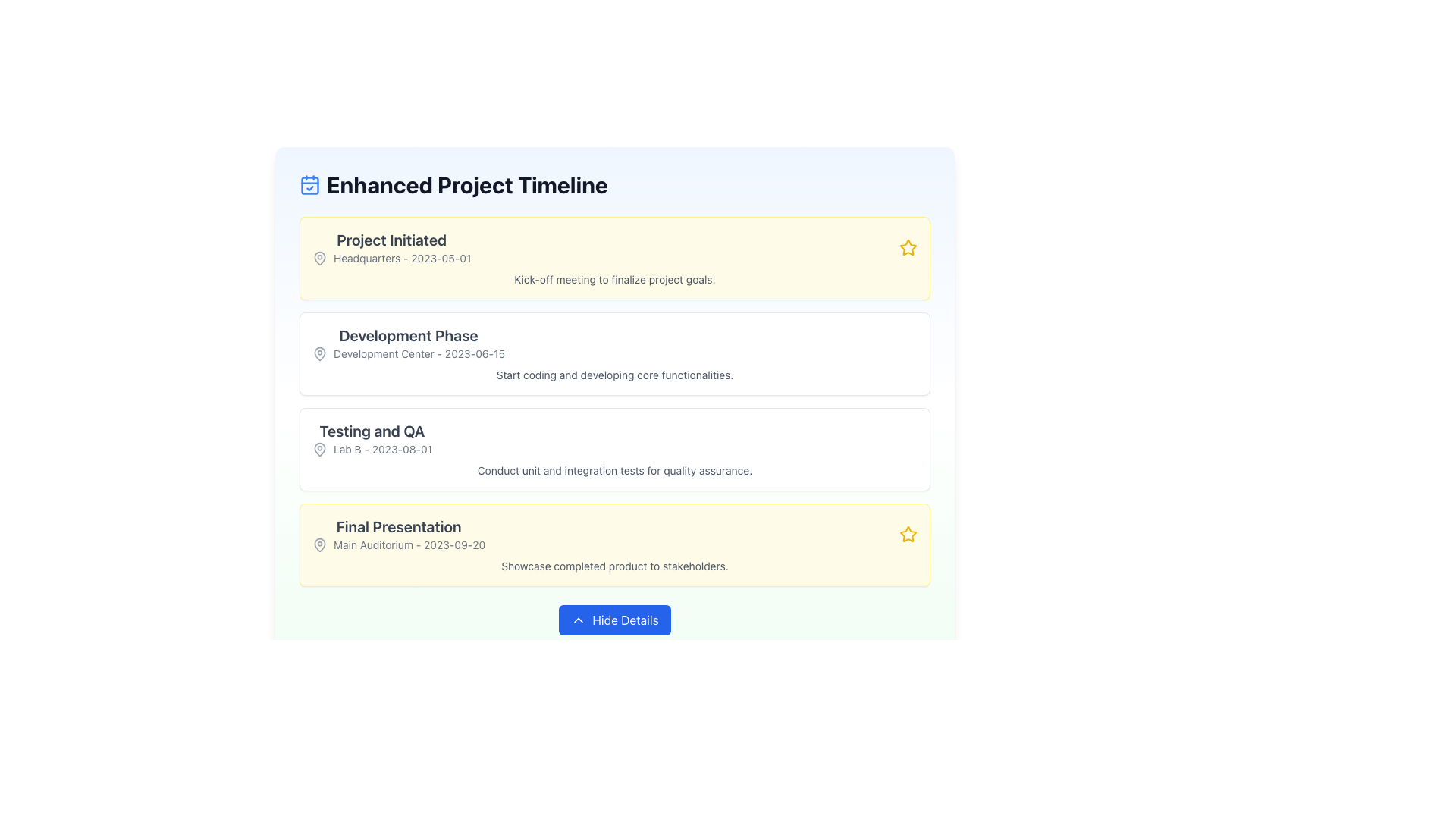 The width and height of the screenshot is (1456, 819). I want to click on the chevron-up icon located to the left of the 'Hide Details' button, so click(578, 620).